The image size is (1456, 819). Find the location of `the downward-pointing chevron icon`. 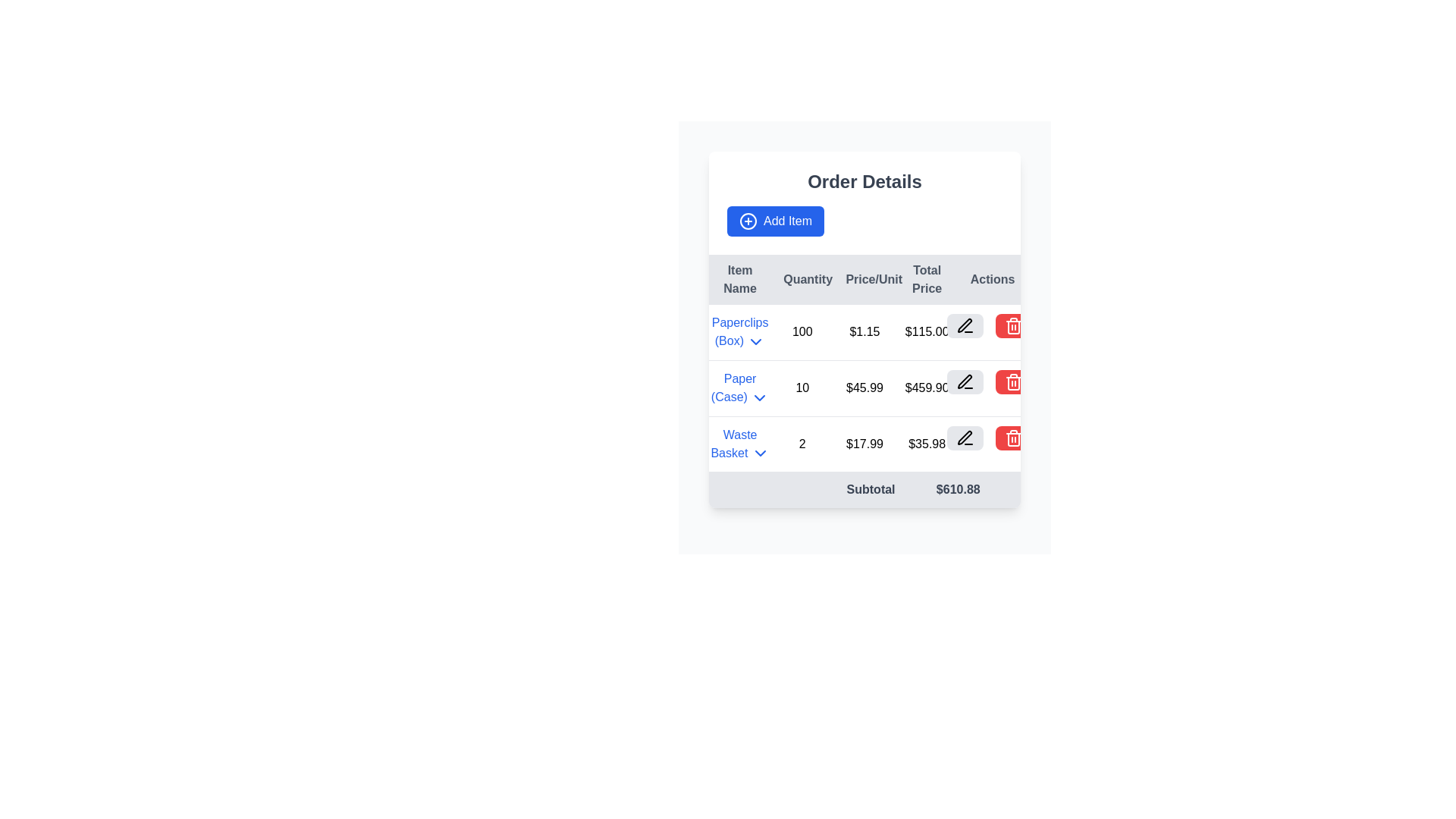

the downward-pointing chevron icon is located at coordinates (760, 397).